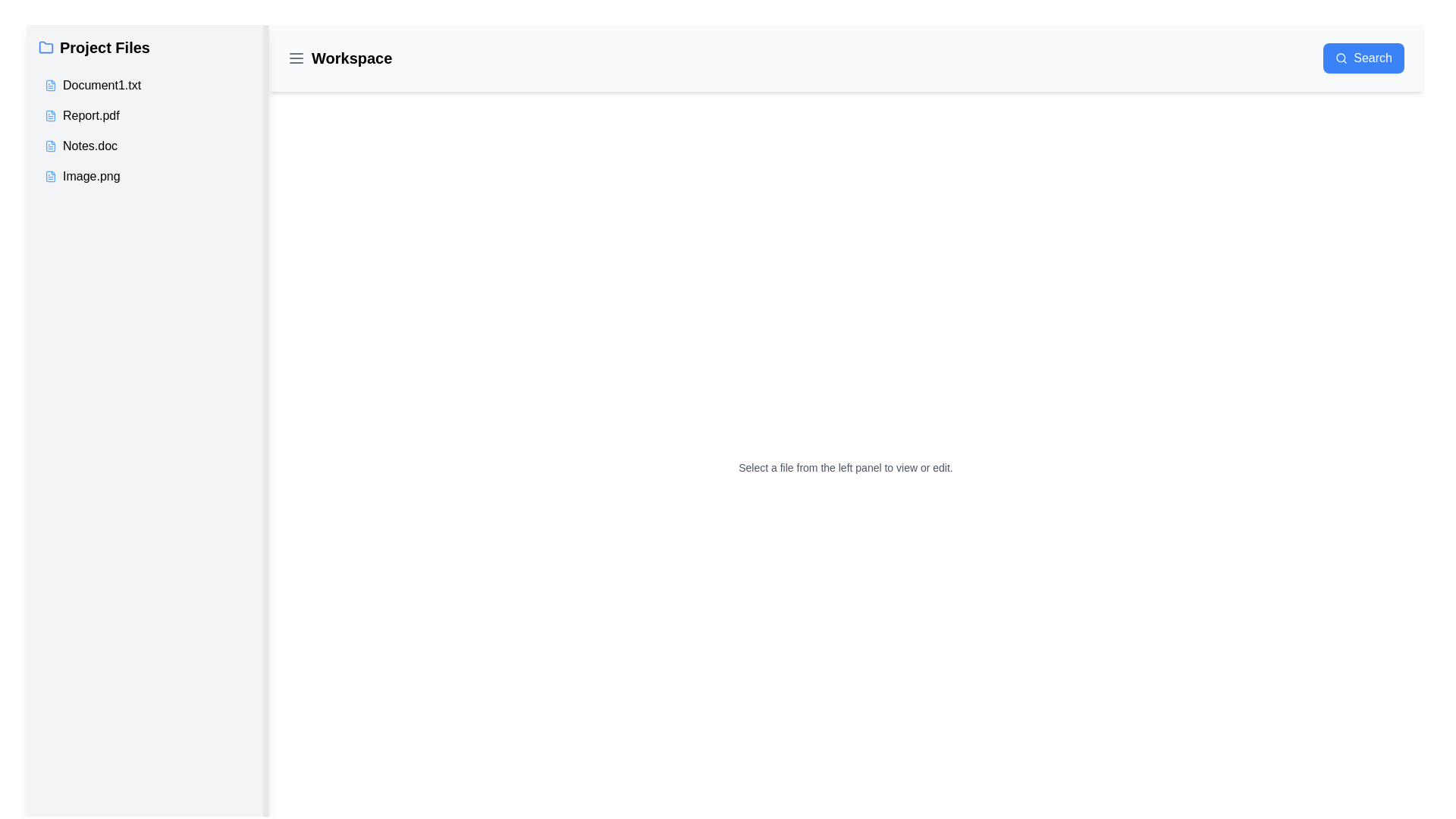  What do you see at coordinates (51, 85) in the screenshot?
I see `the light blue file icon located in the 'Project Files' panel` at bounding box center [51, 85].